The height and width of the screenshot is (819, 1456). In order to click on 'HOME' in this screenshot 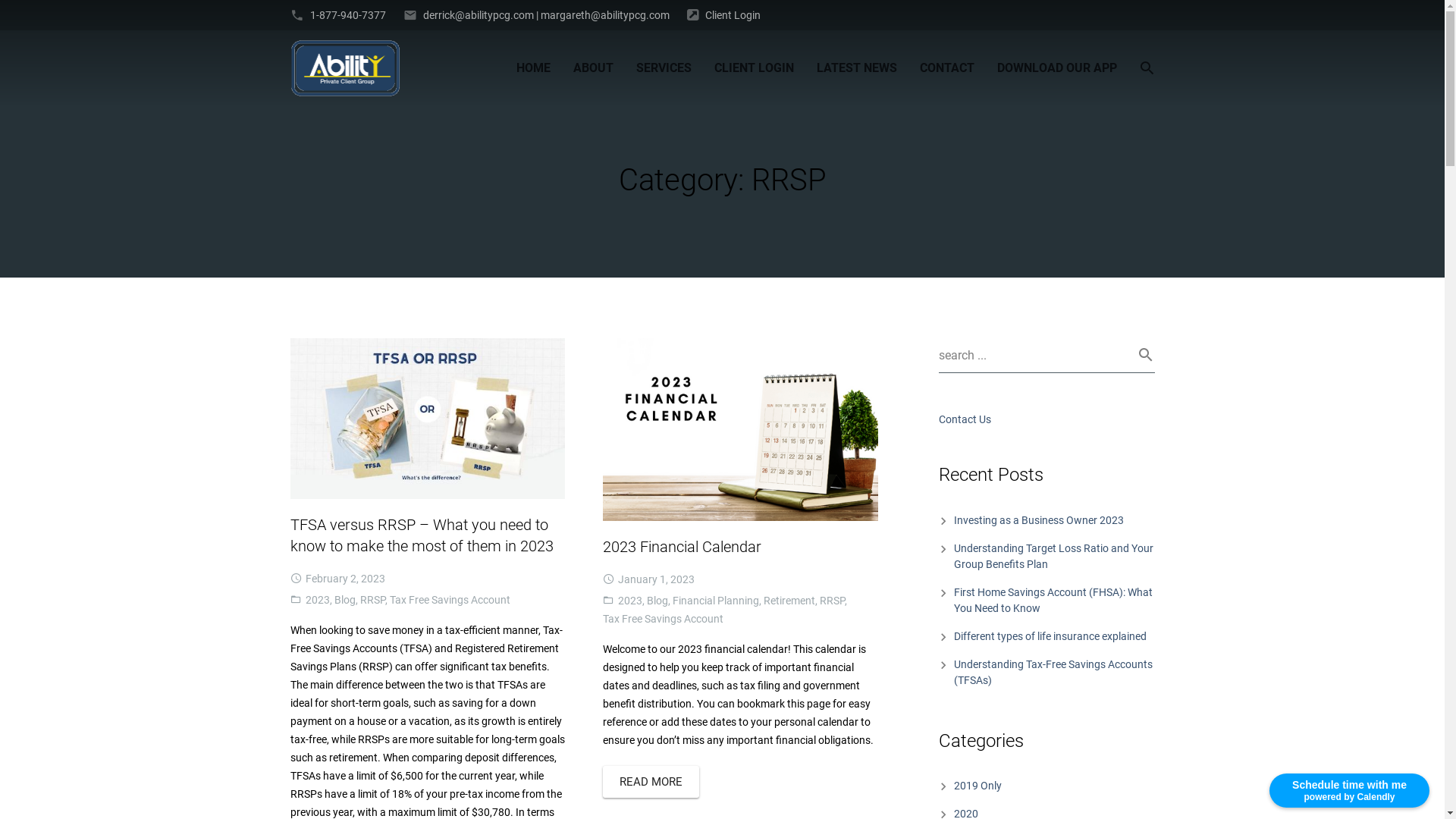, I will do `click(533, 67)`.